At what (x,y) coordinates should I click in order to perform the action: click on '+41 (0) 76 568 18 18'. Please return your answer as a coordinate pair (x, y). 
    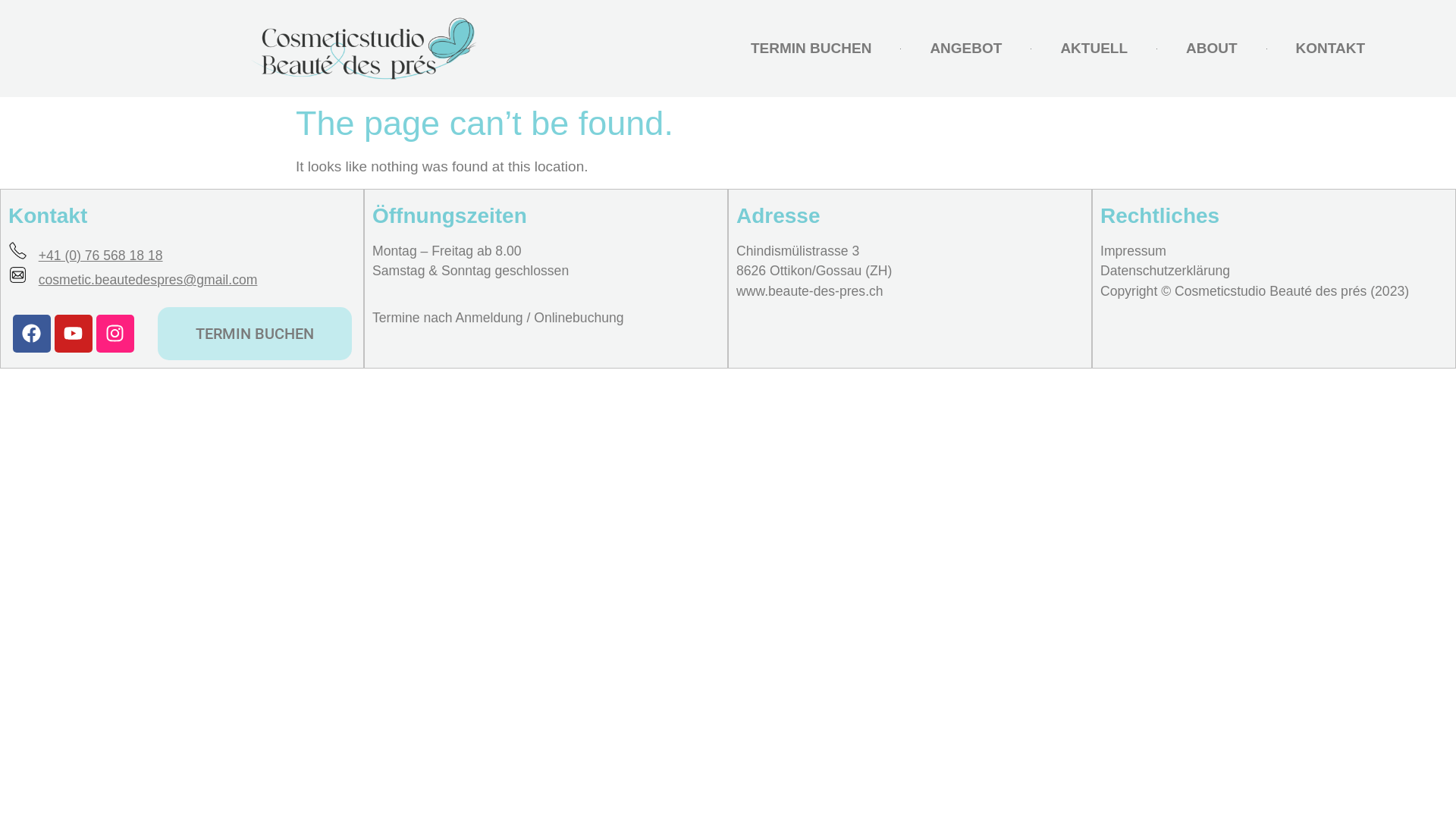
    Looking at the image, I should click on (100, 254).